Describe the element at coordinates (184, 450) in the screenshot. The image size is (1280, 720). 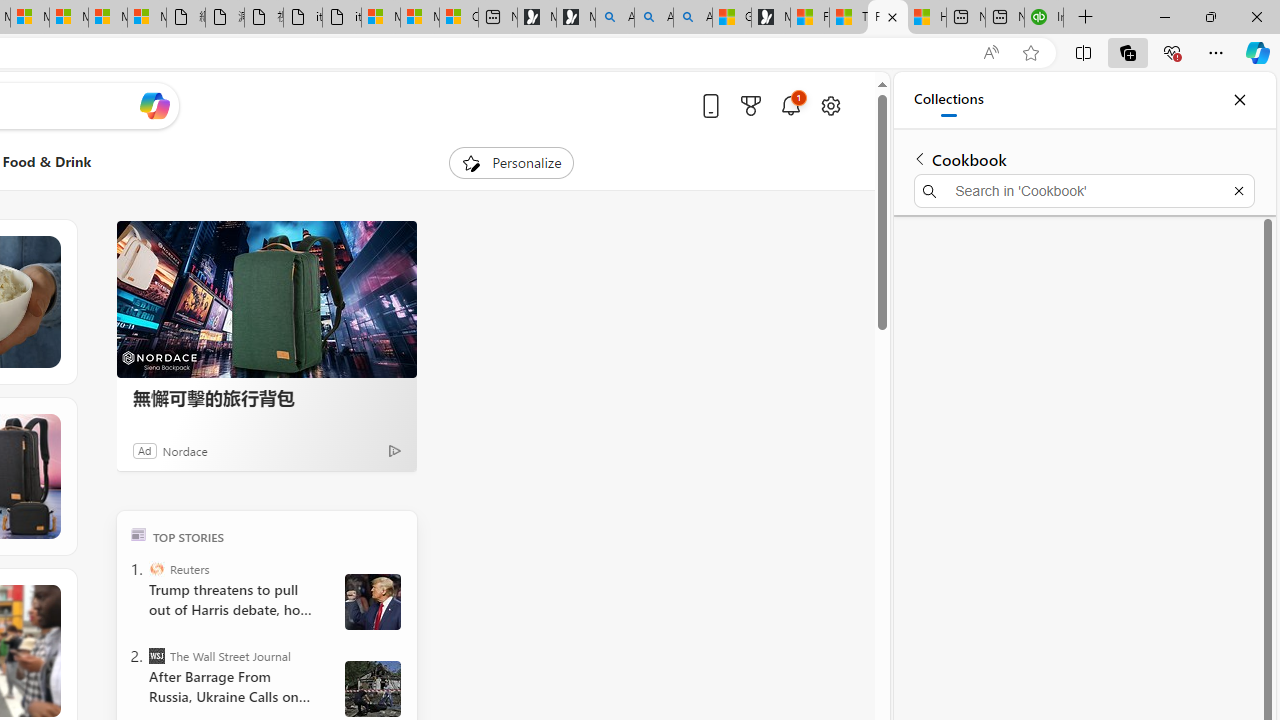
I see `'Nordace'` at that location.